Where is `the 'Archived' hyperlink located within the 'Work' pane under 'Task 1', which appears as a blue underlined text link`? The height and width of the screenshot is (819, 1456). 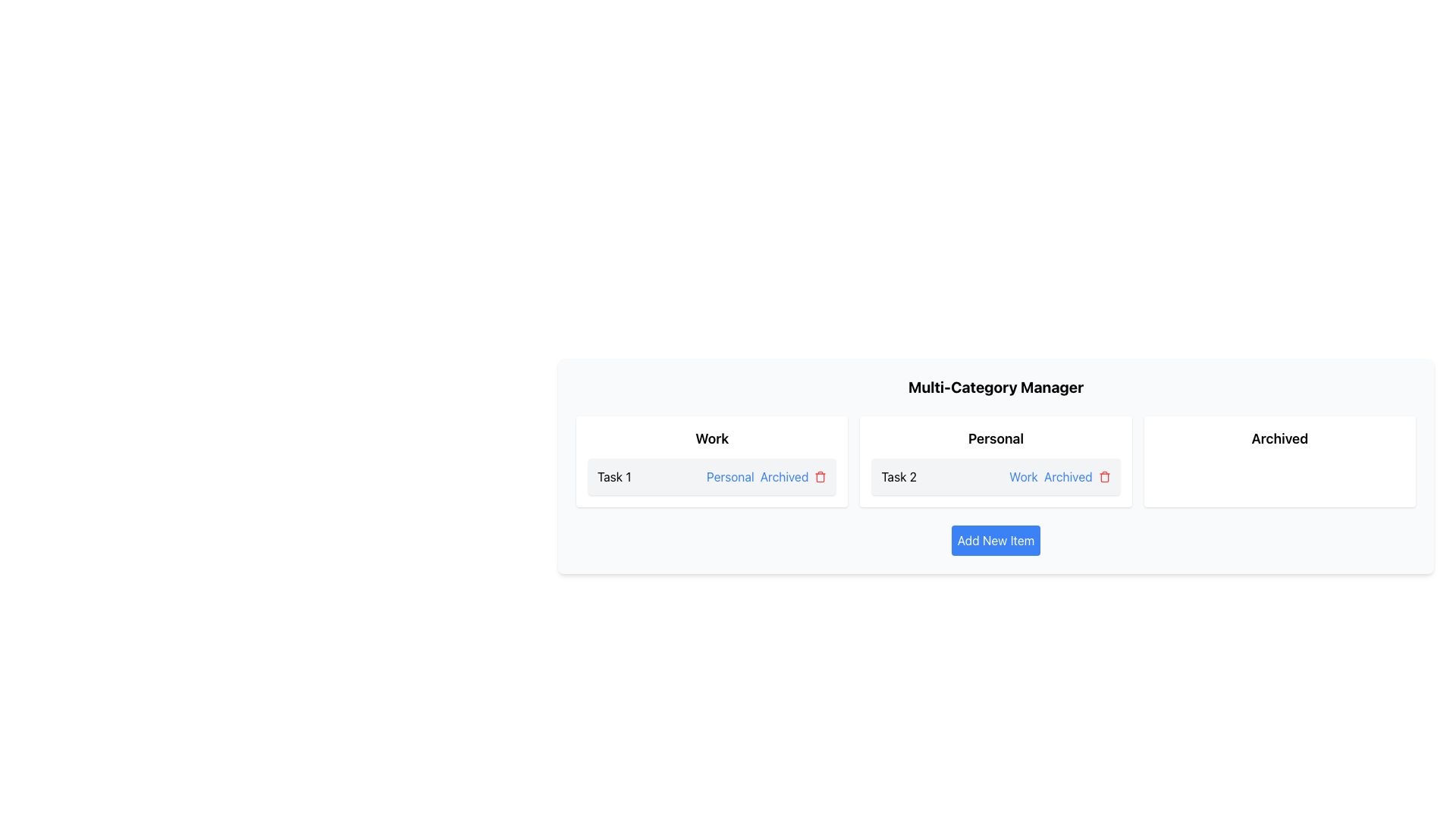 the 'Archived' hyperlink located within the 'Work' pane under 'Task 1', which appears as a blue underlined text link is located at coordinates (767, 475).